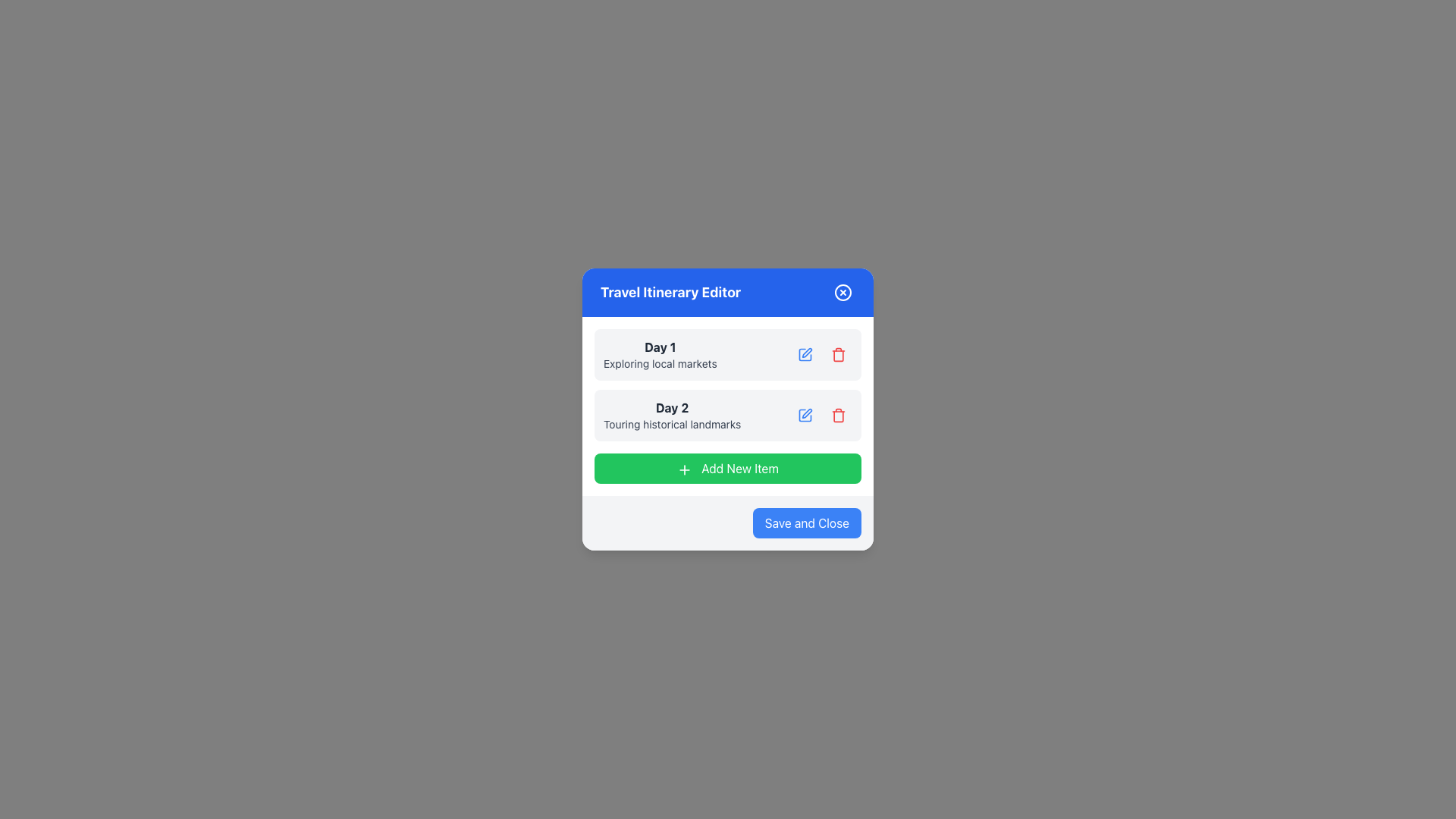  Describe the element at coordinates (837, 354) in the screenshot. I see `the red trash can icon button in the 'Travel Itinerary Editor' to trigger hover effects` at that location.